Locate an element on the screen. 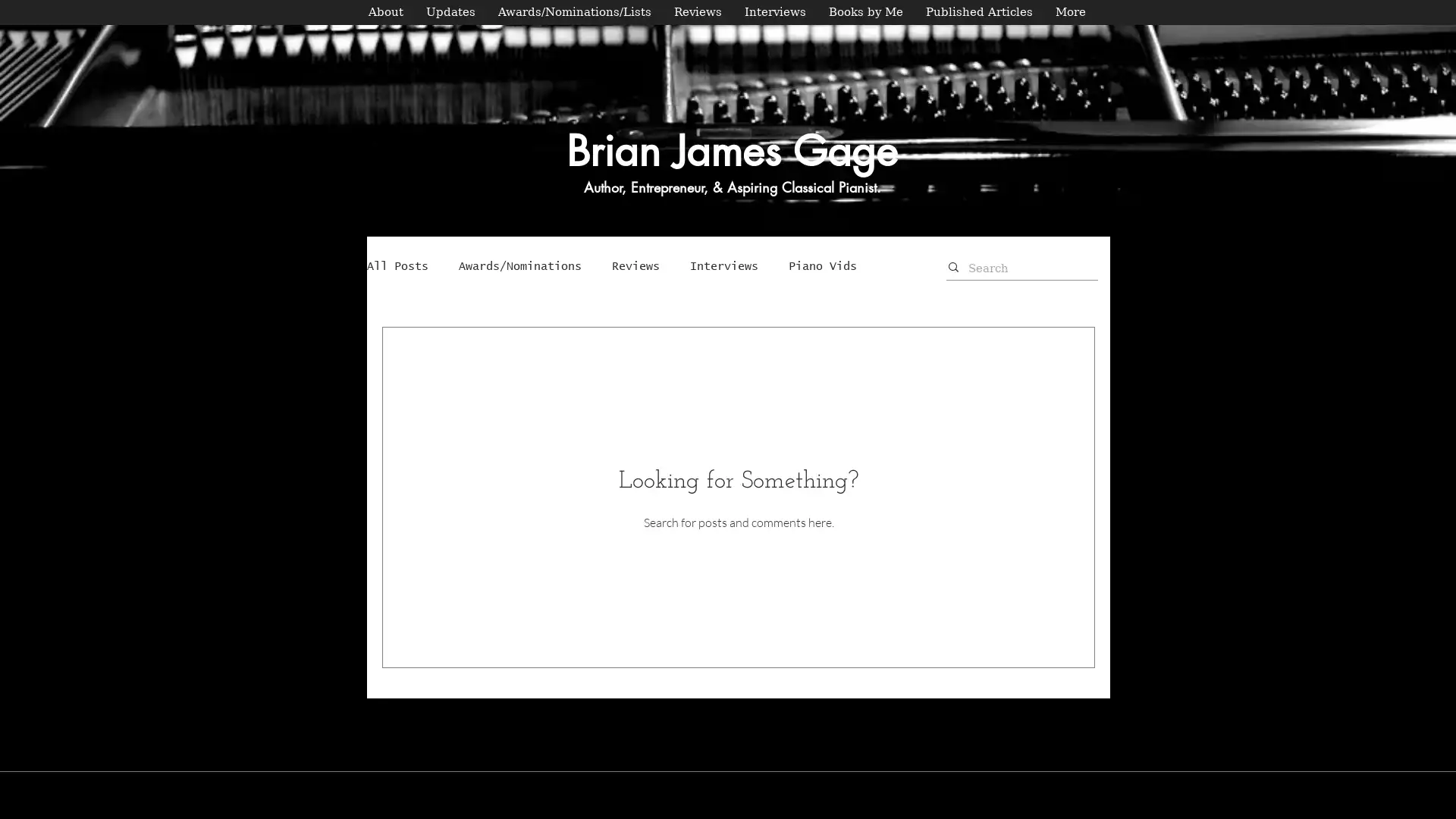 This screenshot has height=819, width=1456. Reviews is located at coordinates (635, 265).